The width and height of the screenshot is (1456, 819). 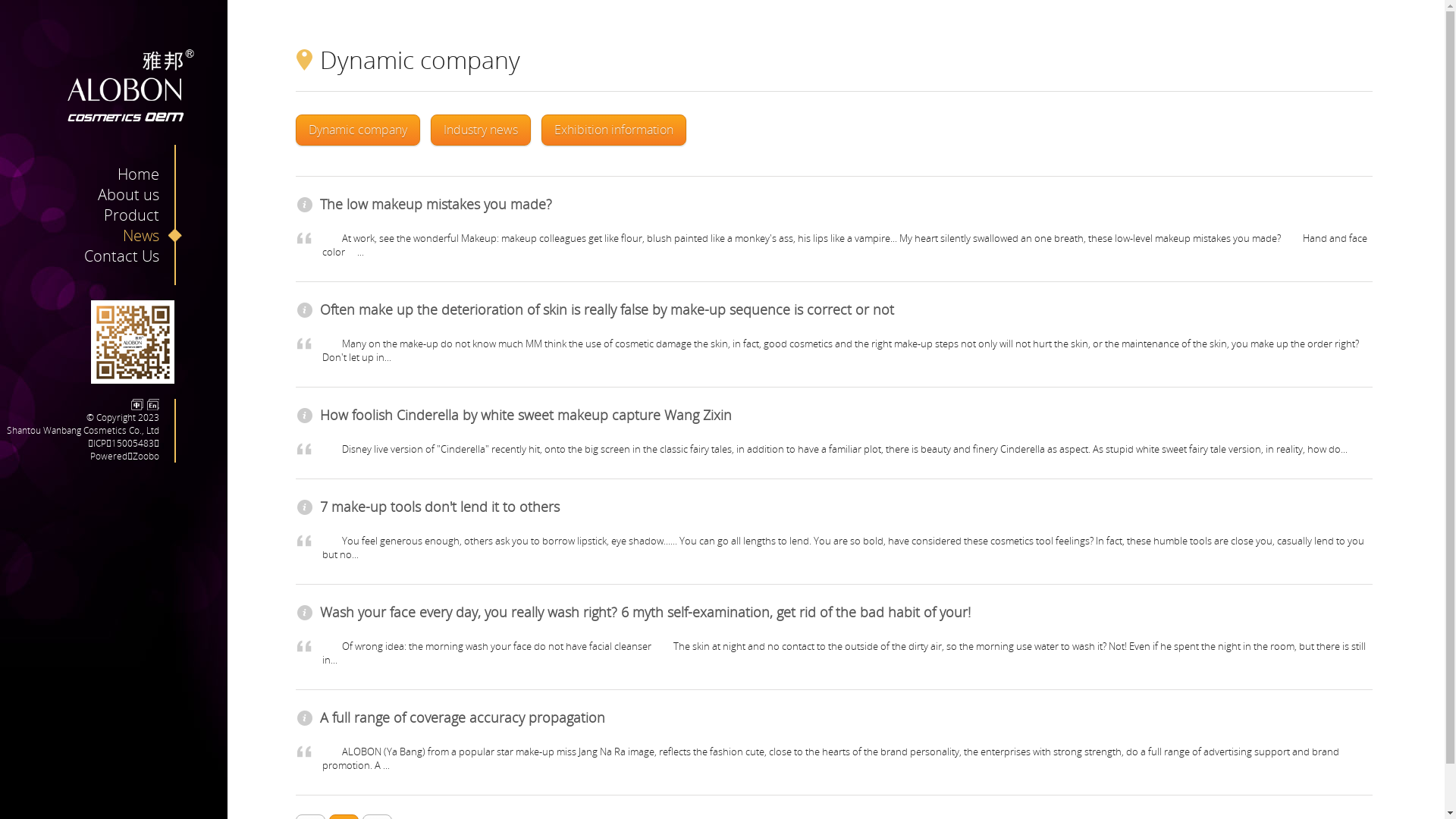 What do you see at coordinates (103, 215) in the screenshot?
I see `'Product'` at bounding box center [103, 215].